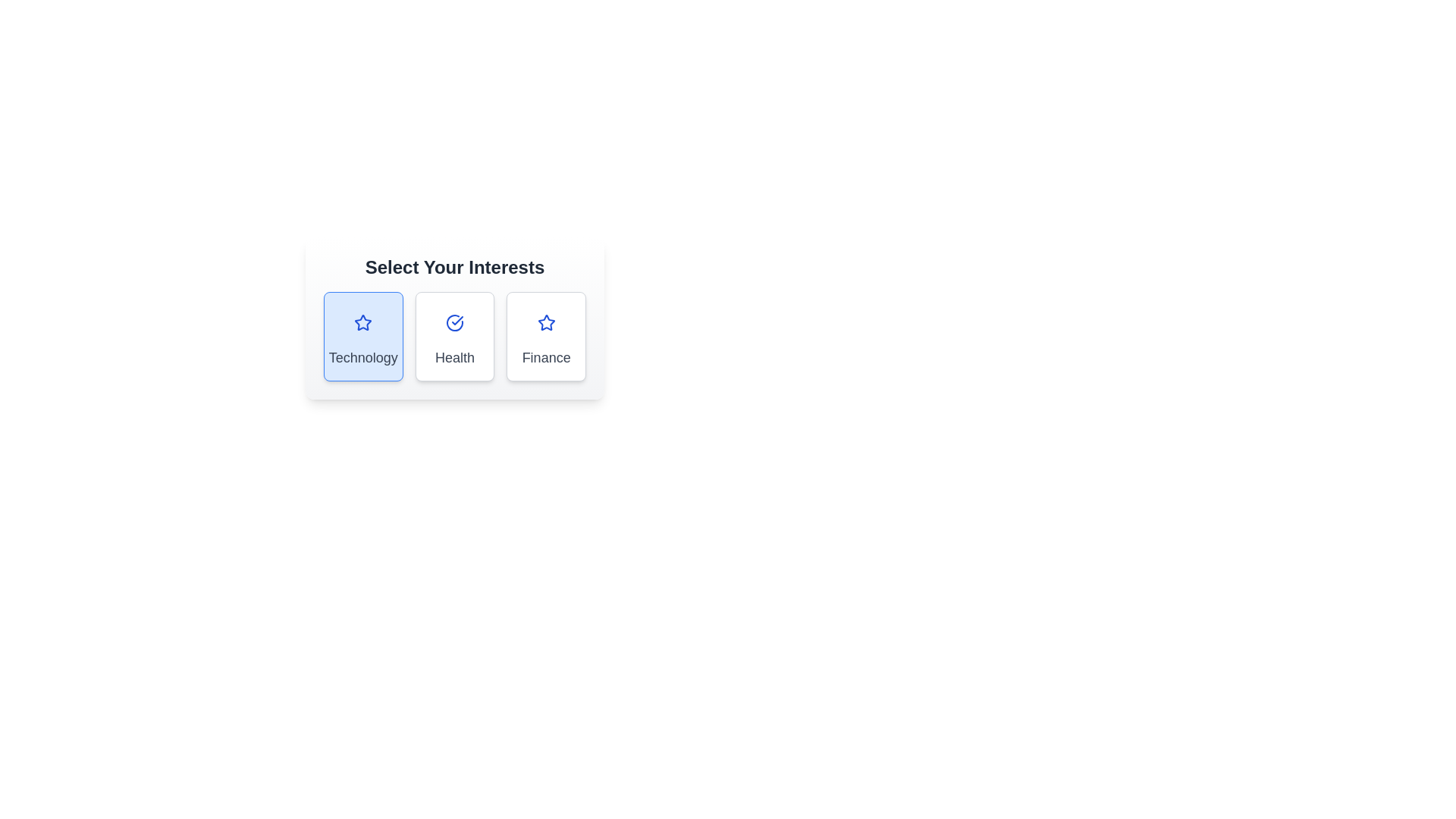 The height and width of the screenshot is (819, 1456). Describe the element at coordinates (454, 335) in the screenshot. I see `the category Health` at that location.